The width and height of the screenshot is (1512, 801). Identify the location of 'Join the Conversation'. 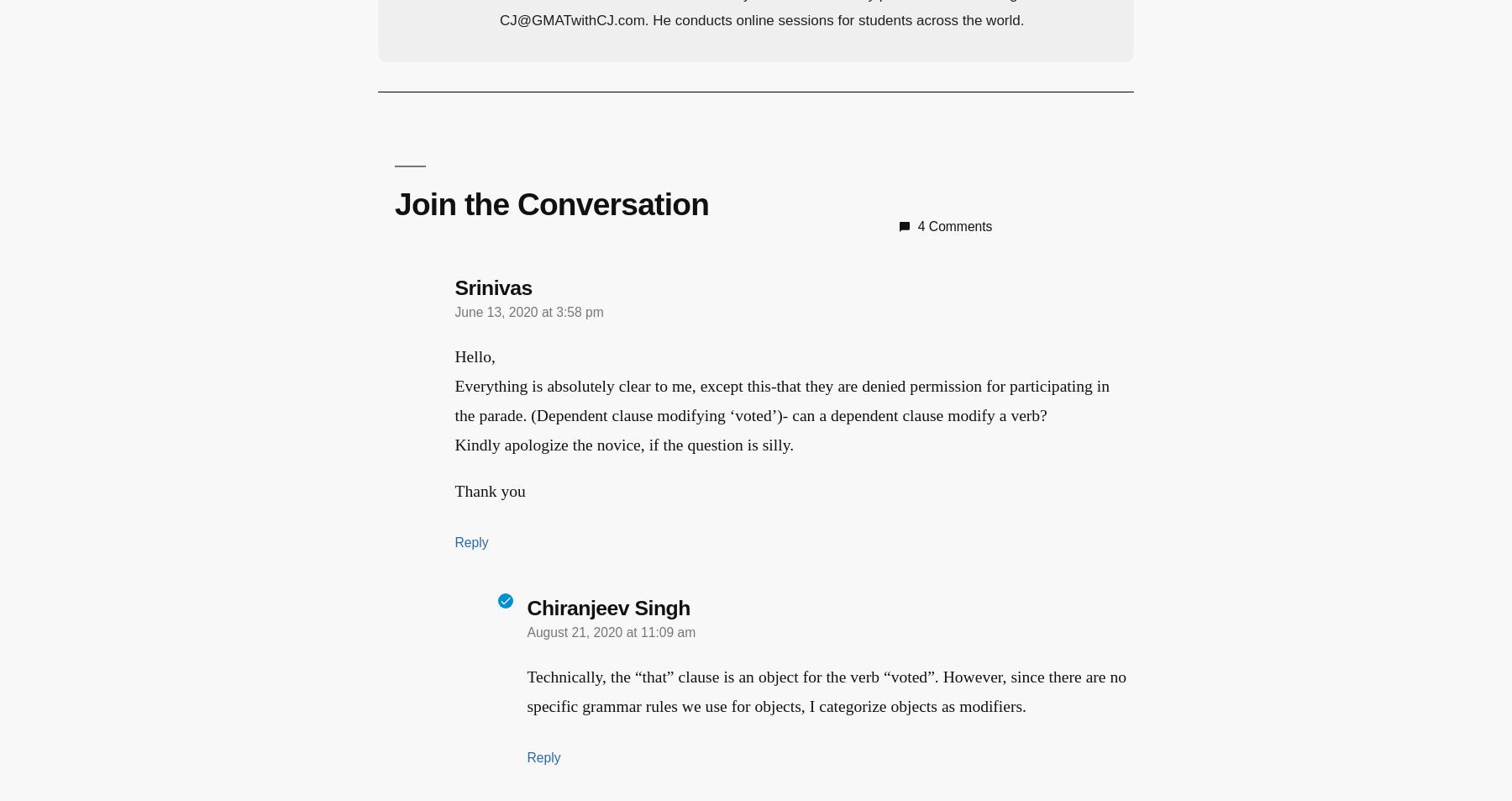
(543, 202).